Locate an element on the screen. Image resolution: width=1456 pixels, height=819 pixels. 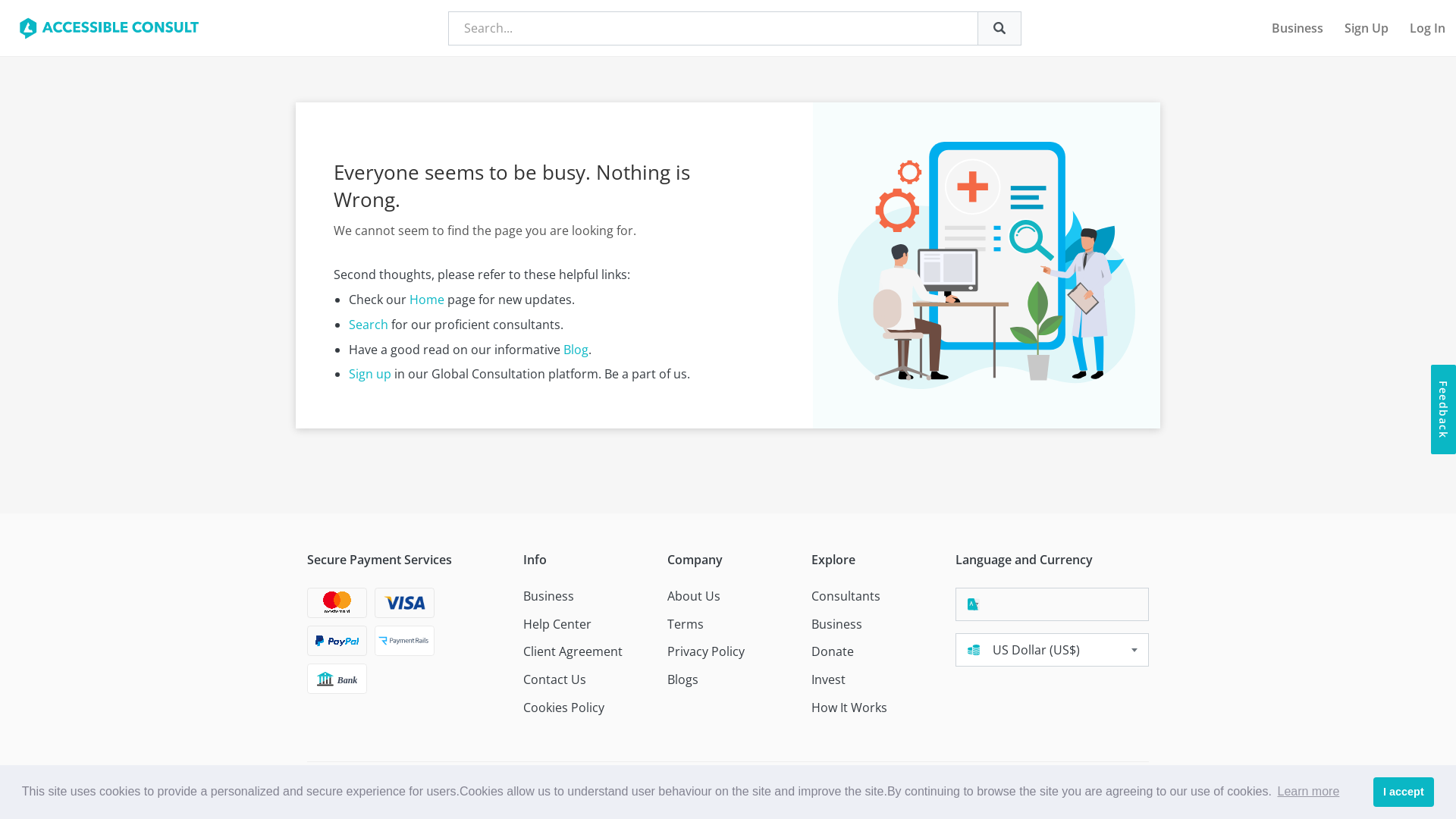
'Cookies Policy' is located at coordinates (563, 708).